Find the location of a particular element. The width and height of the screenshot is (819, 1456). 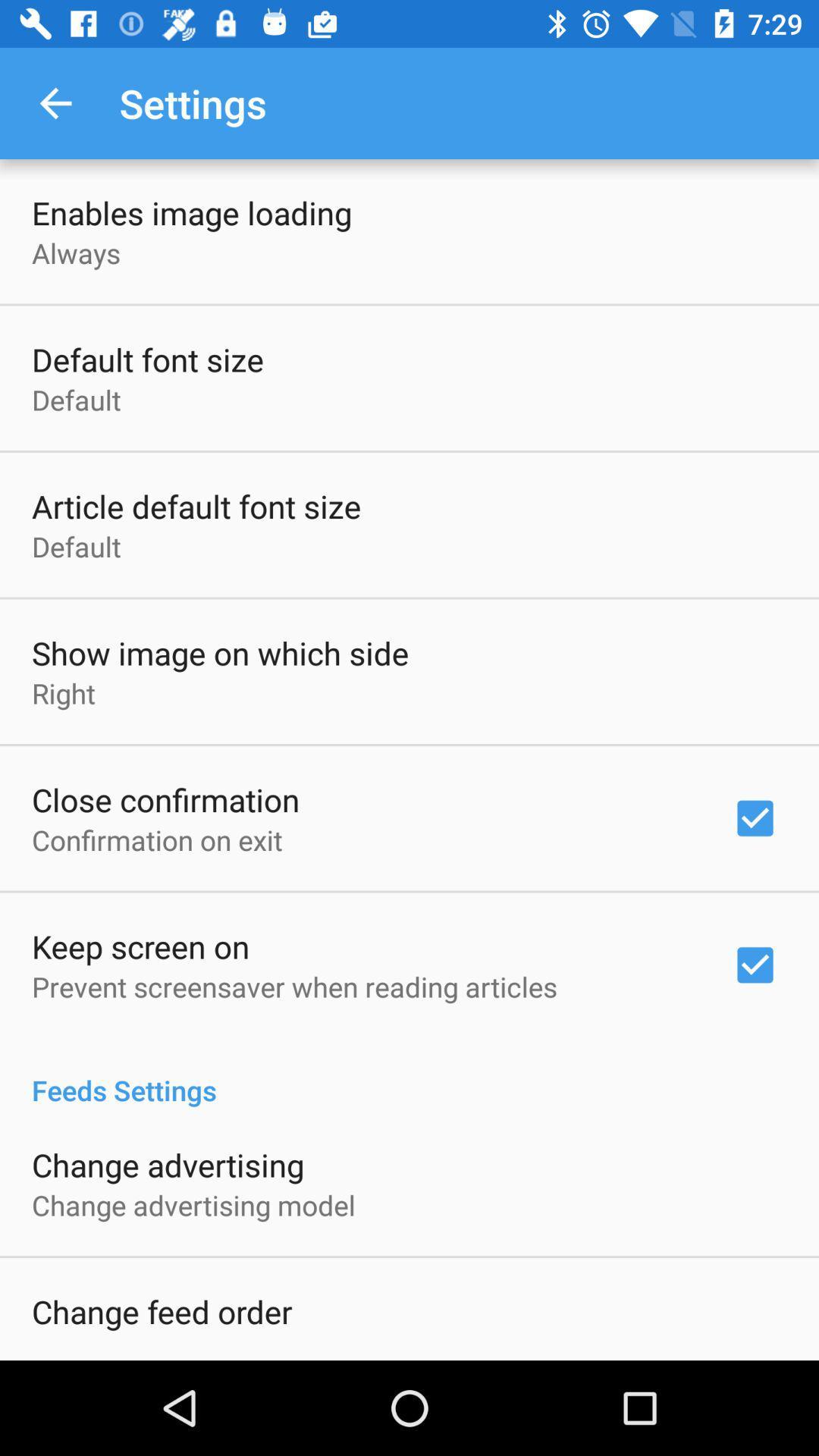

keep screen on item is located at coordinates (140, 946).